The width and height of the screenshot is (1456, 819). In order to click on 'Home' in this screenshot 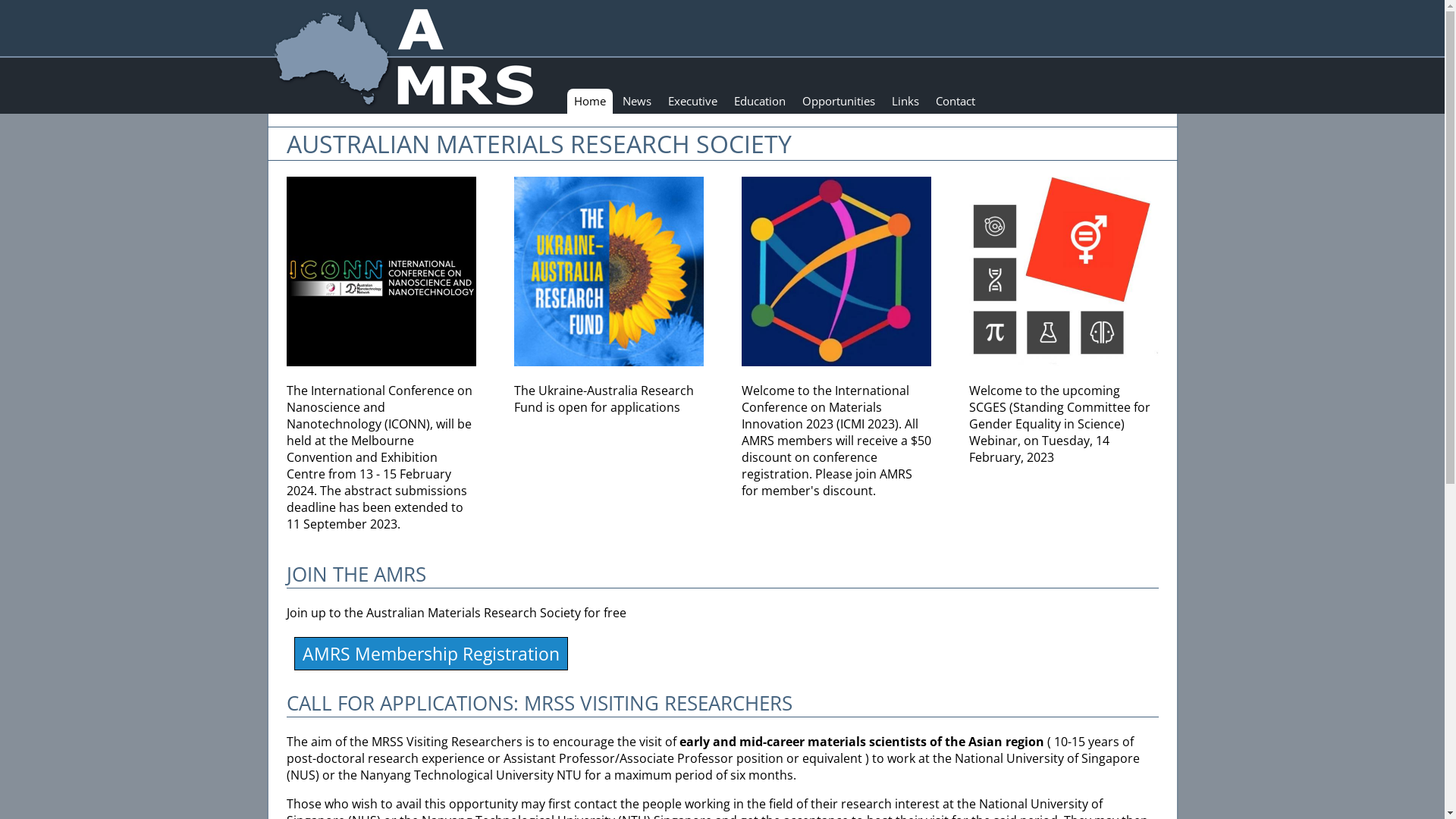, I will do `click(588, 101)`.